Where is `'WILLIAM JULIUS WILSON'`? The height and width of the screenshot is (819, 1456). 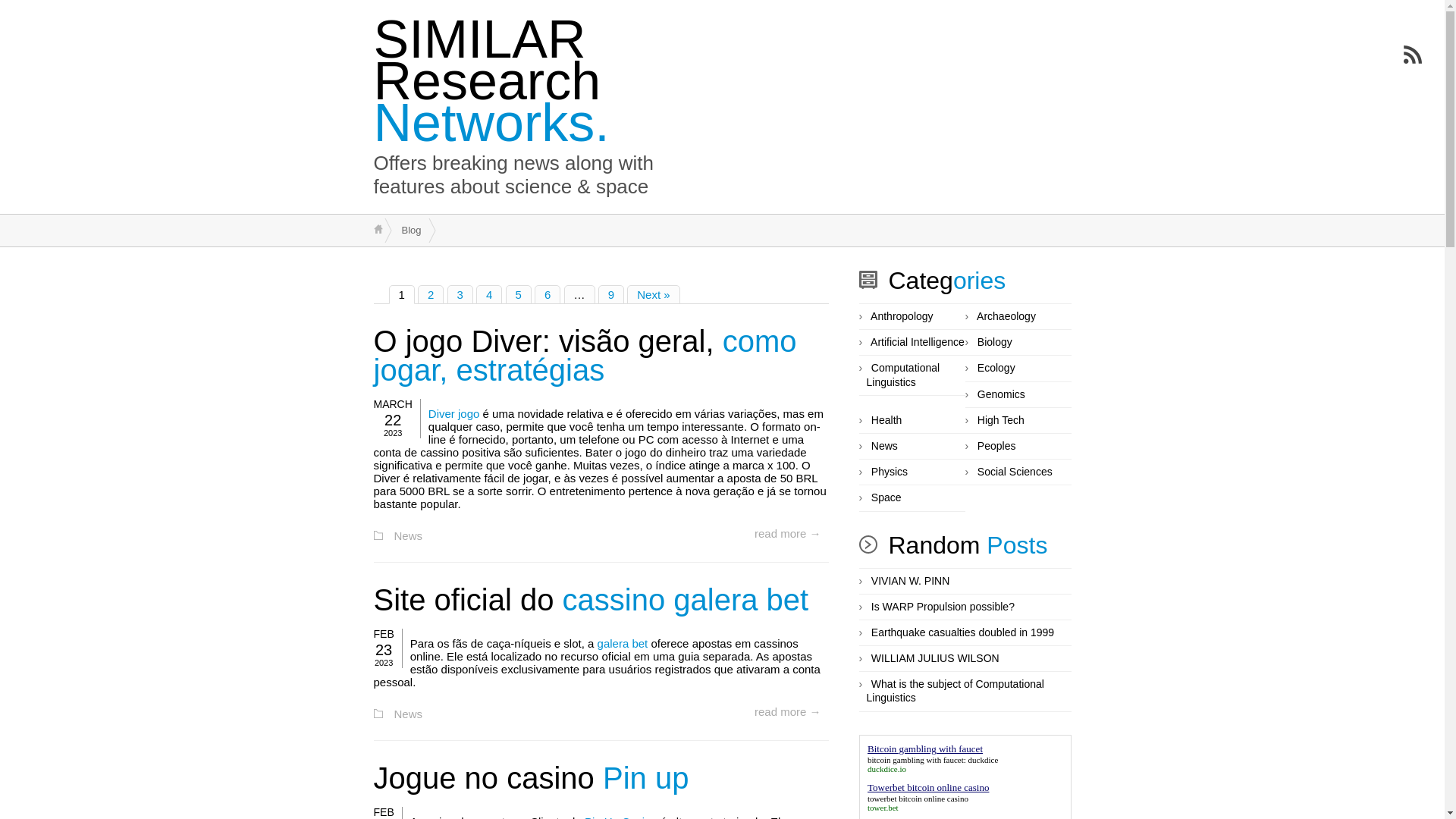 'WILLIAM JULIUS WILSON' is located at coordinates (871, 657).